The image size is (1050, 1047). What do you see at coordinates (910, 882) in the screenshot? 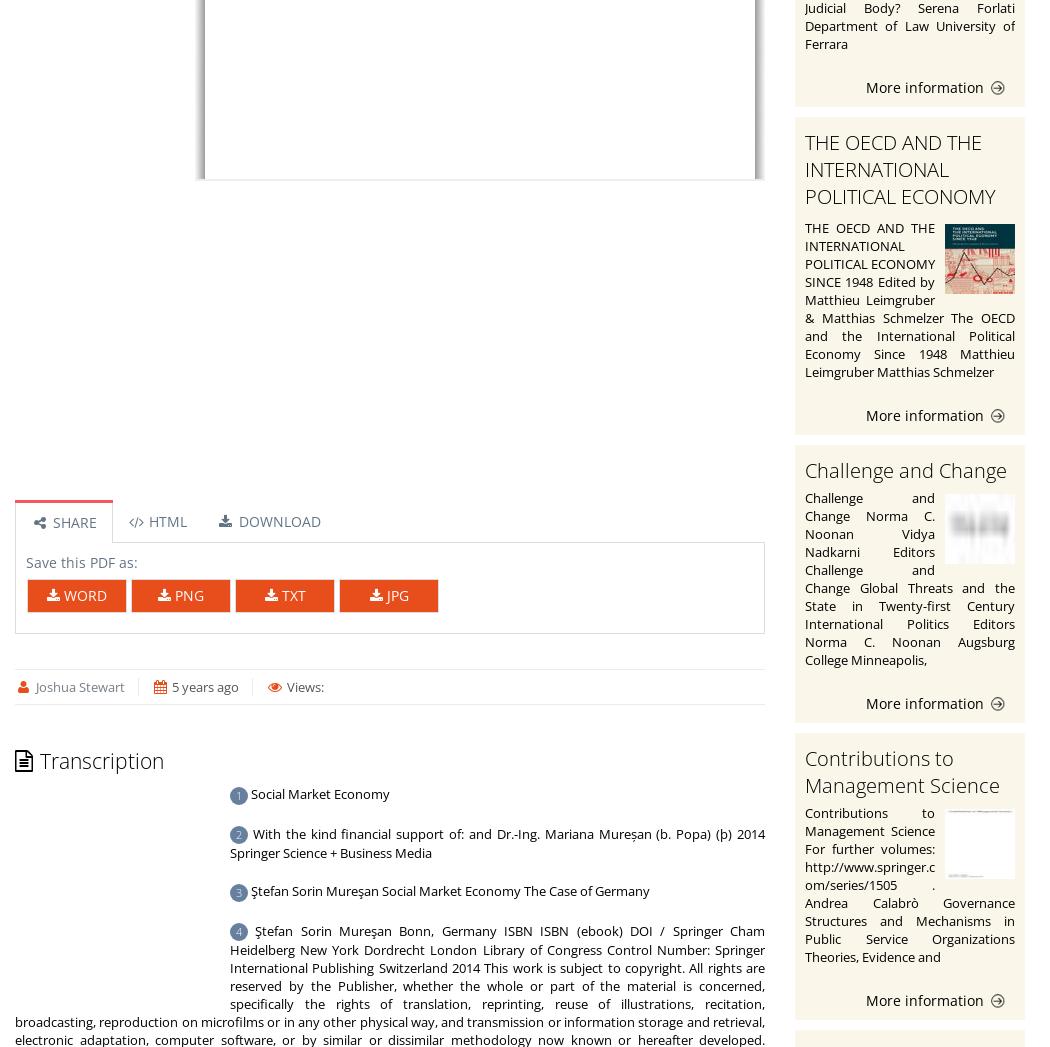
I see `'Contributions to Management Science For further volumes: http://www.springer.com/series/1505 . Andrea Calabrò Governance Structures and Mechanisms in Public Service Organizations Theories, Evidence and'` at bounding box center [910, 882].